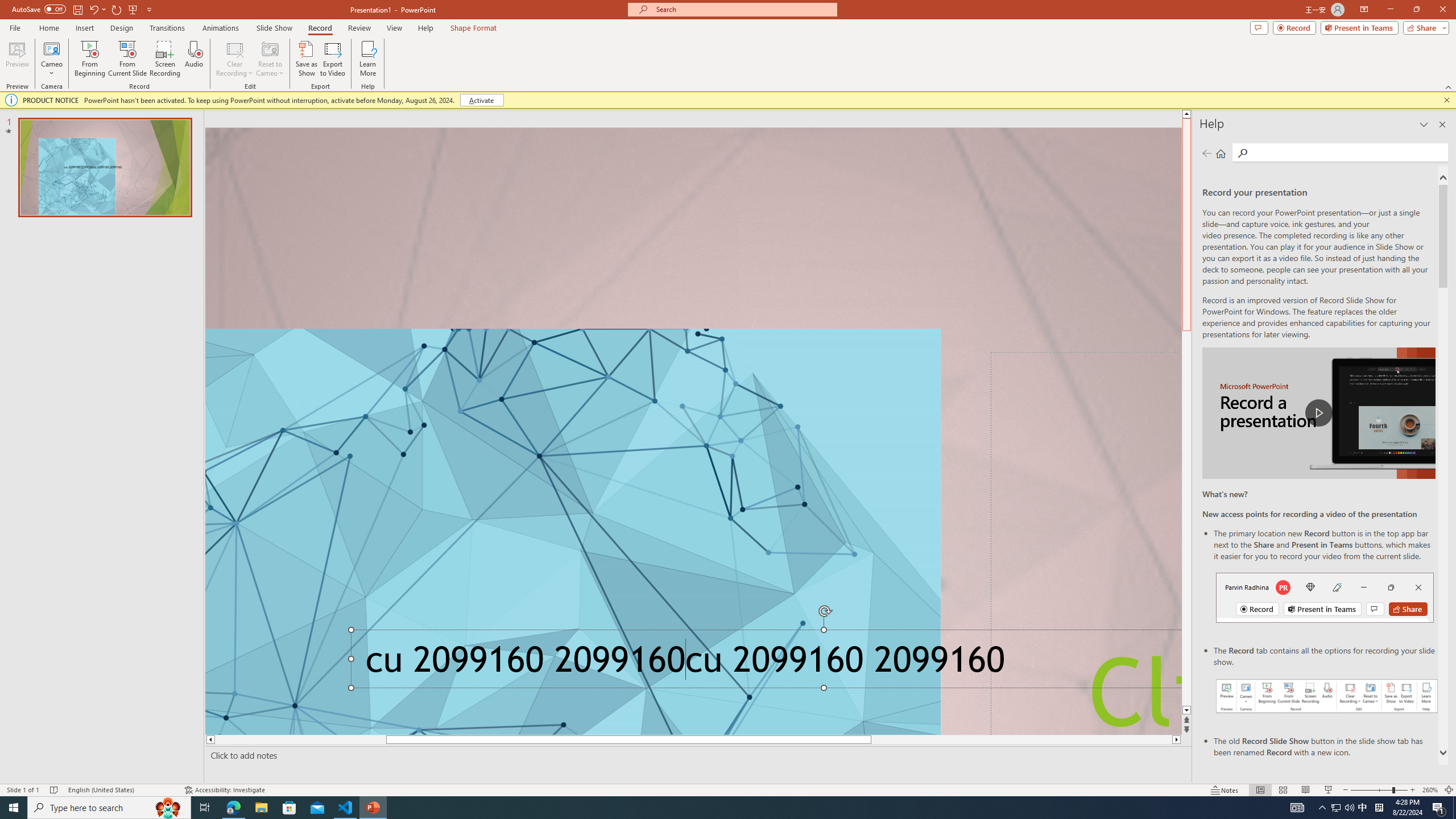 The image size is (1456, 819). Describe the element at coordinates (1206, 152) in the screenshot. I see `'Previous page'` at that location.